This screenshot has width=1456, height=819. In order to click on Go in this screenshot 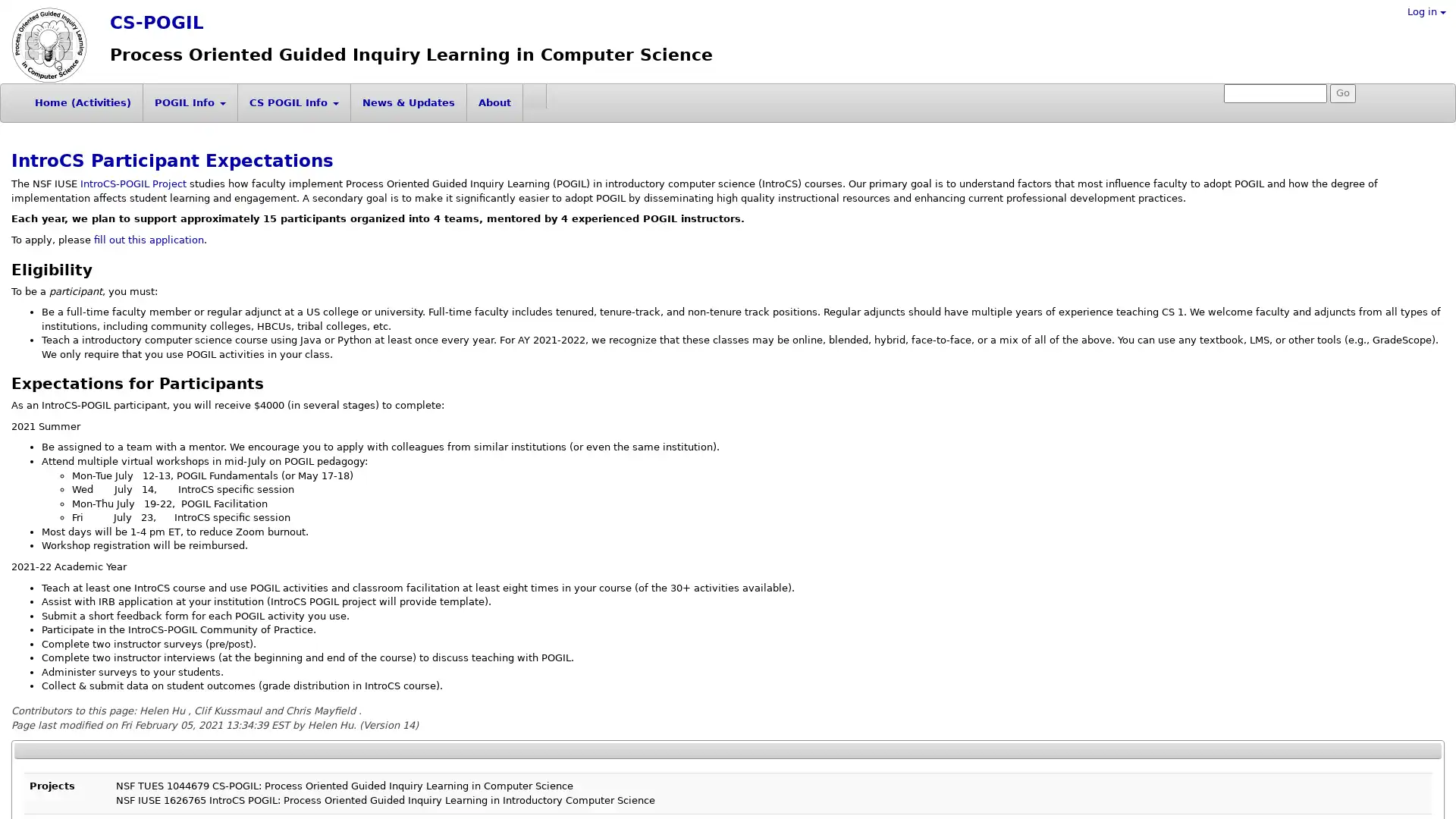, I will do `click(1343, 93)`.